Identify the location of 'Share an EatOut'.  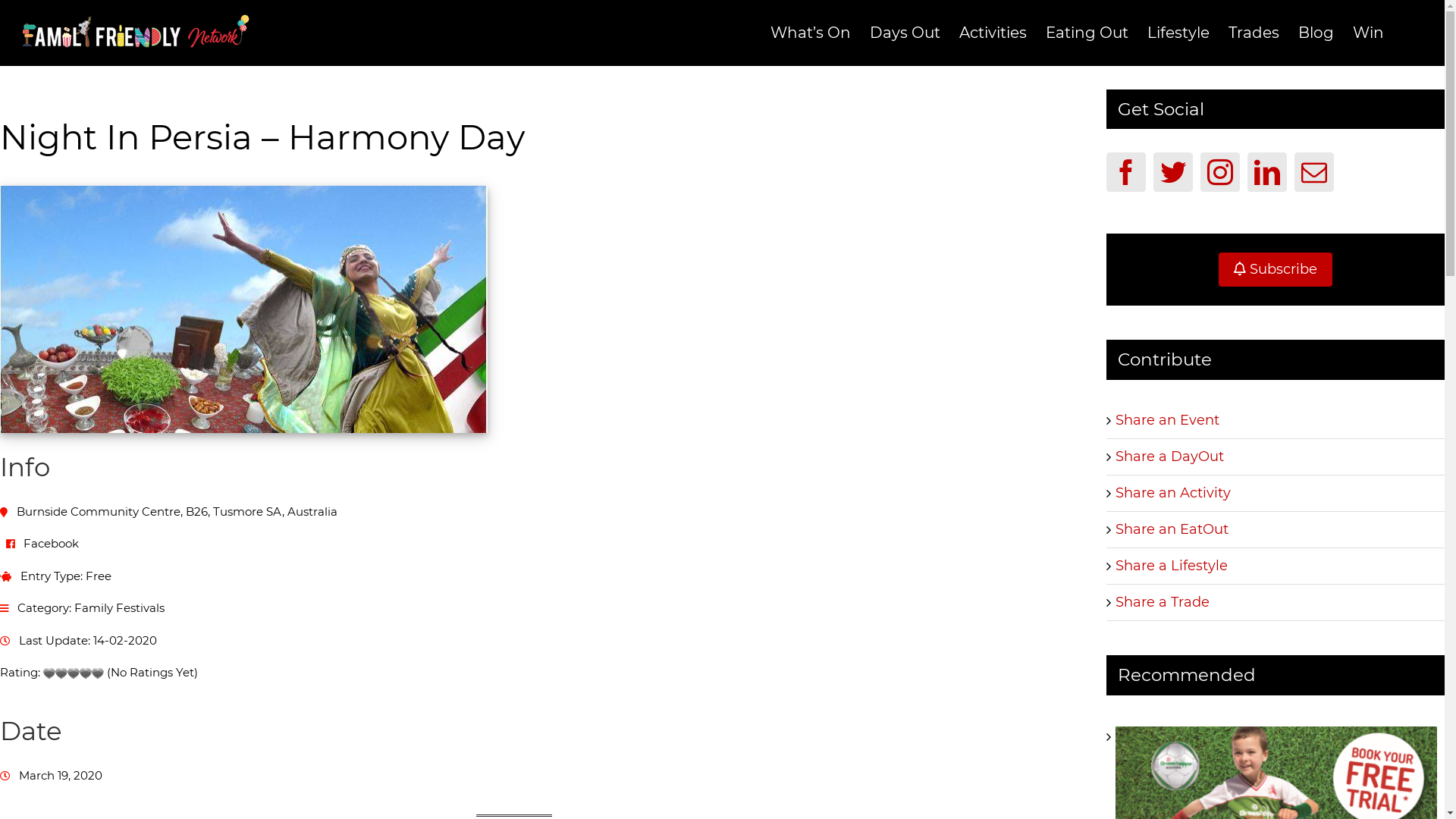
(1171, 529).